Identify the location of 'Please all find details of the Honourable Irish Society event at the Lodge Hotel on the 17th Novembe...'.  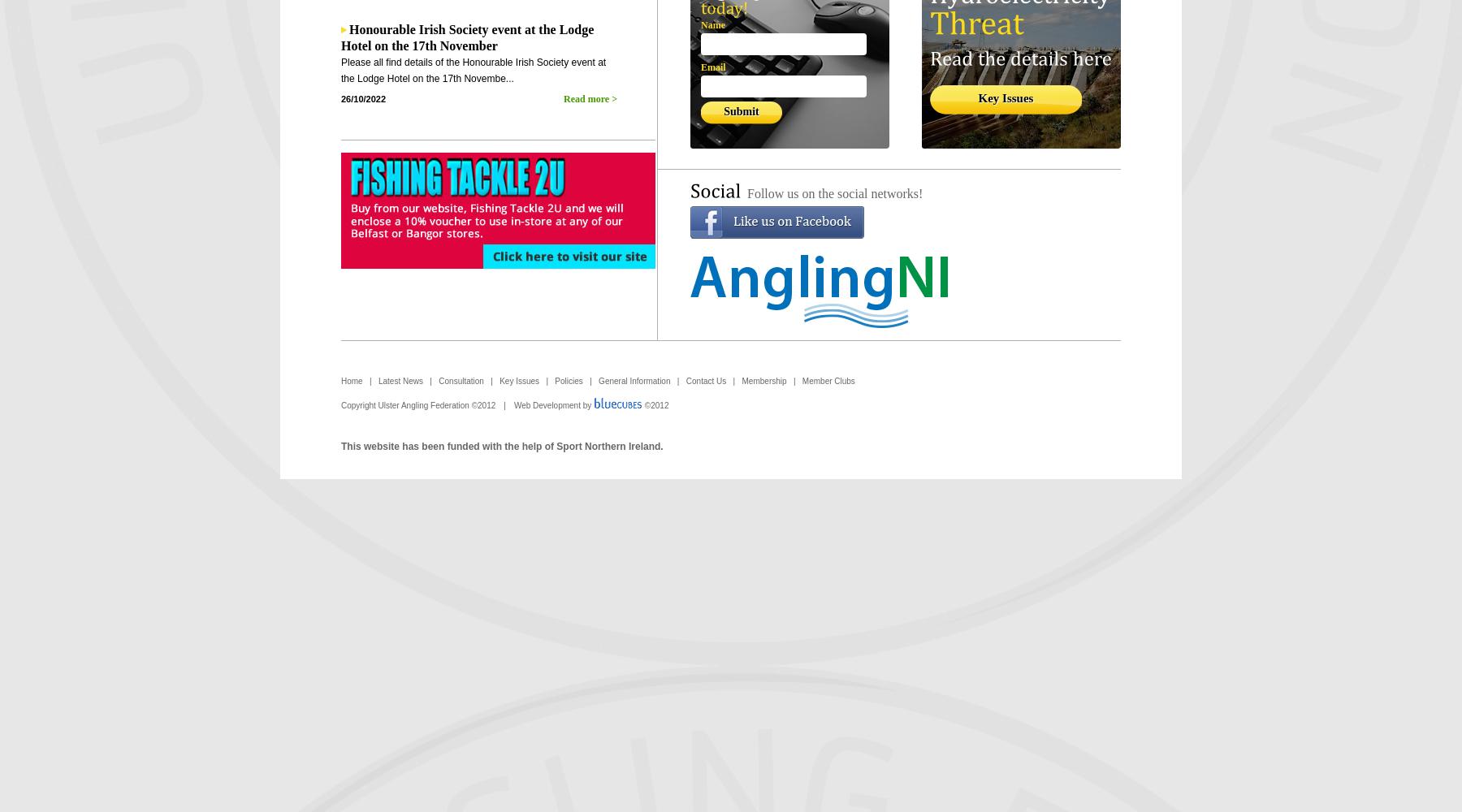
(474, 70).